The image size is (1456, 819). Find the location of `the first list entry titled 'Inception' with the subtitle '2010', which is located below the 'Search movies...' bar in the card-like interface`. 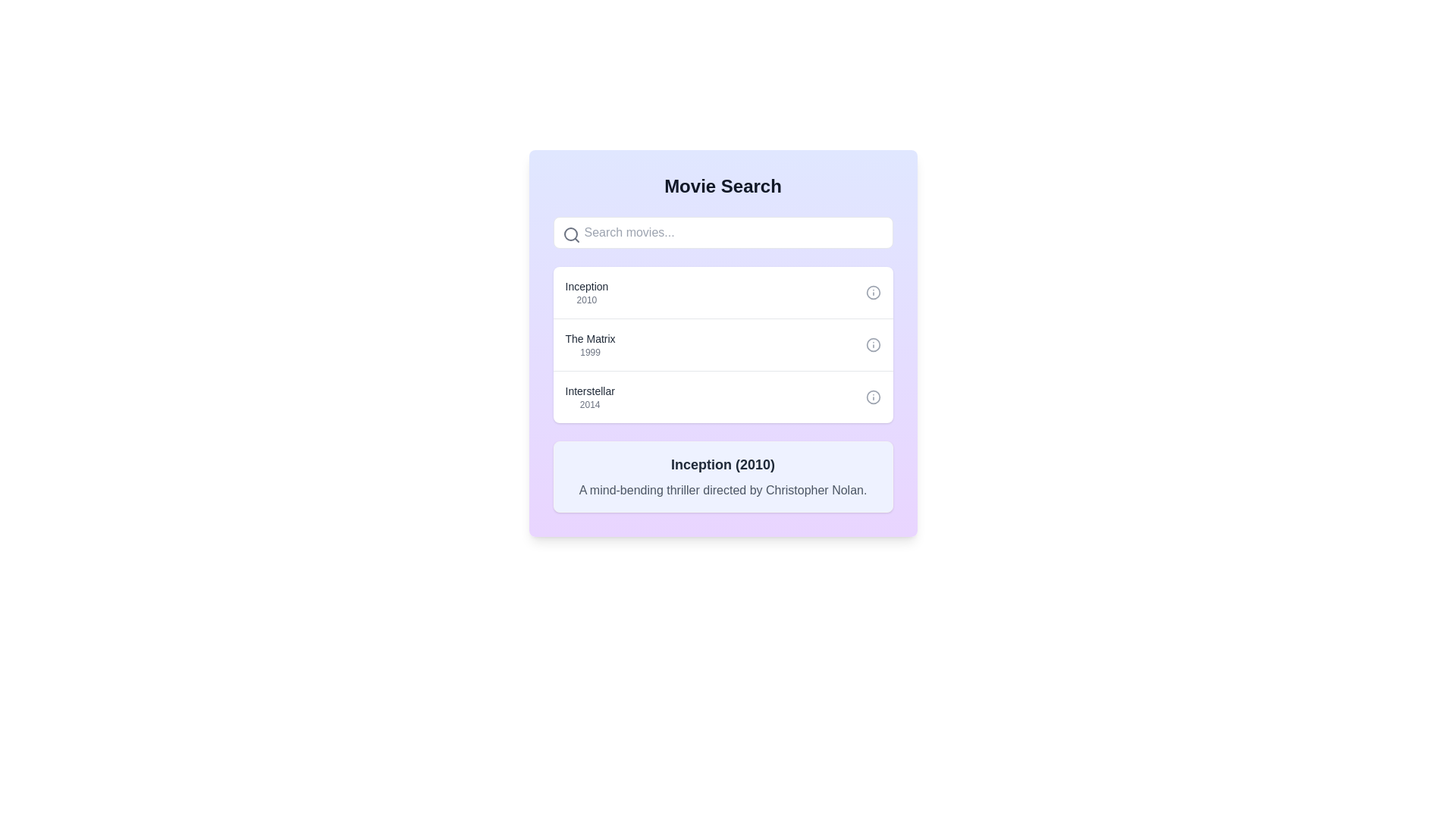

the first list entry titled 'Inception' with the subtitle '2010', which is located below the 'Search movies...' bar in the card-like interface is located at coordinates (722, 292).